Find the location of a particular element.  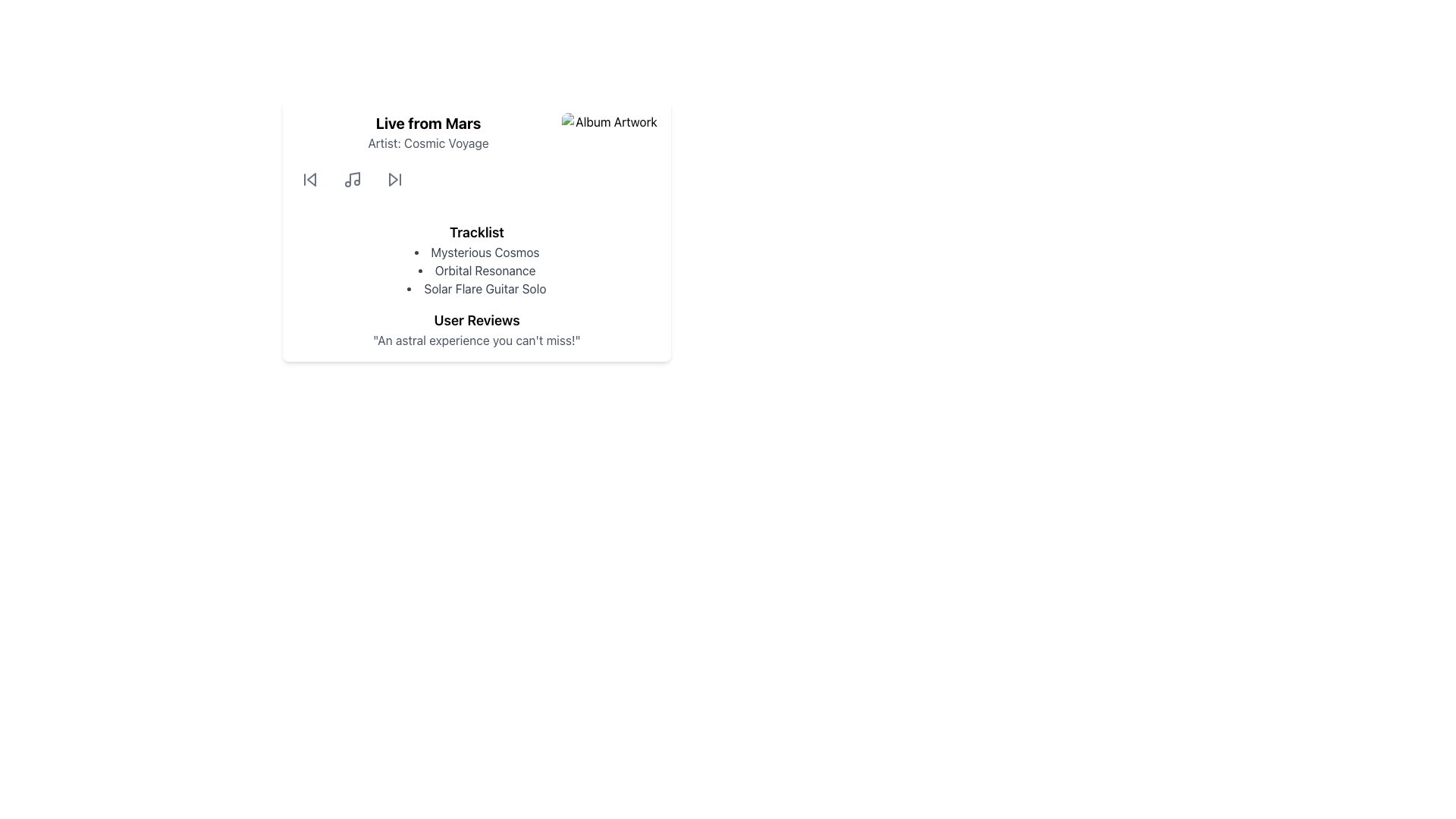

the 'rewind' icon located at the top-left section of the interface card is located at coordinates (311, 178).